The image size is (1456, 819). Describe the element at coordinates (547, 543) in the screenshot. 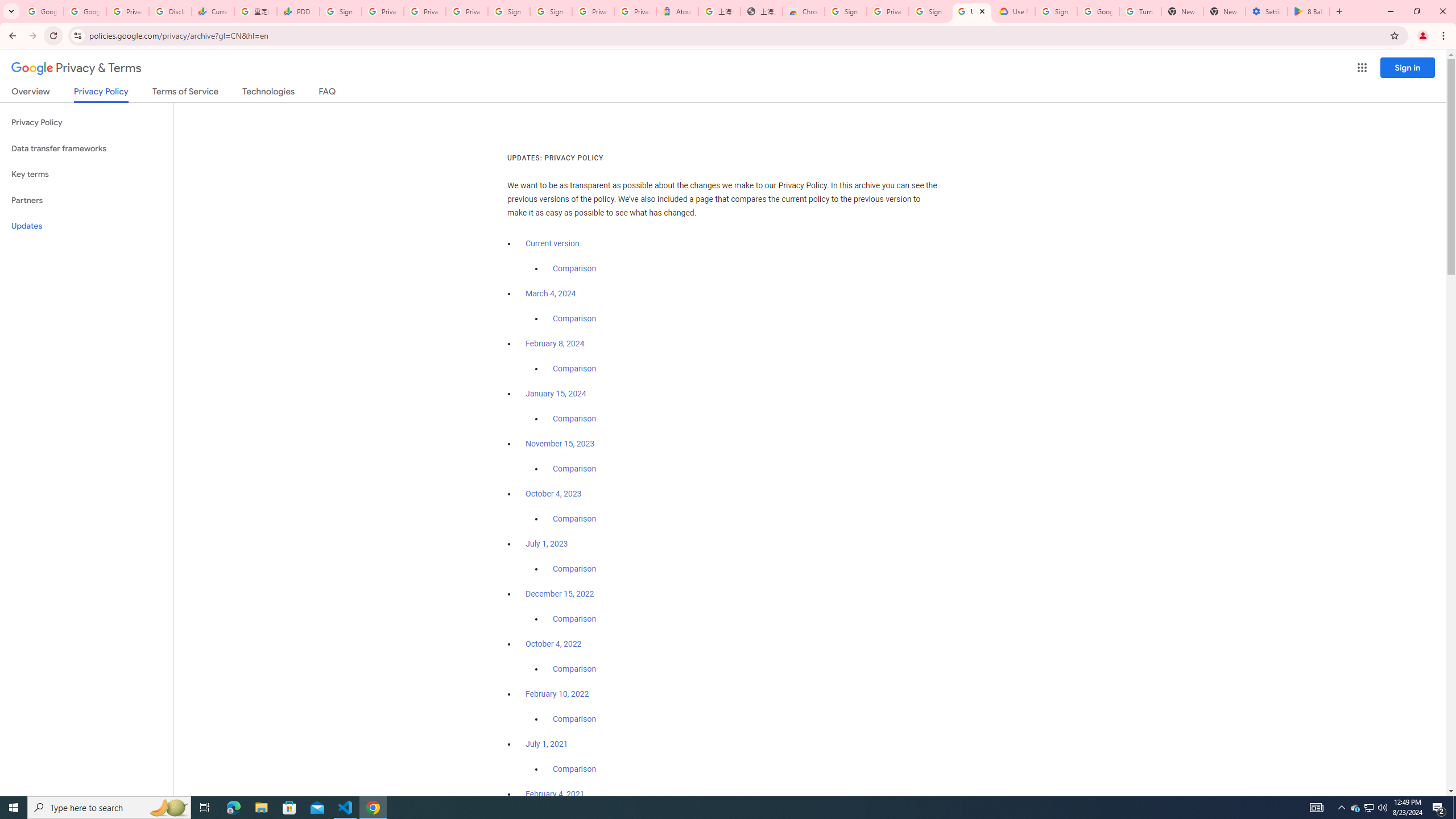

I see `'July 1, 2023'` at that location.